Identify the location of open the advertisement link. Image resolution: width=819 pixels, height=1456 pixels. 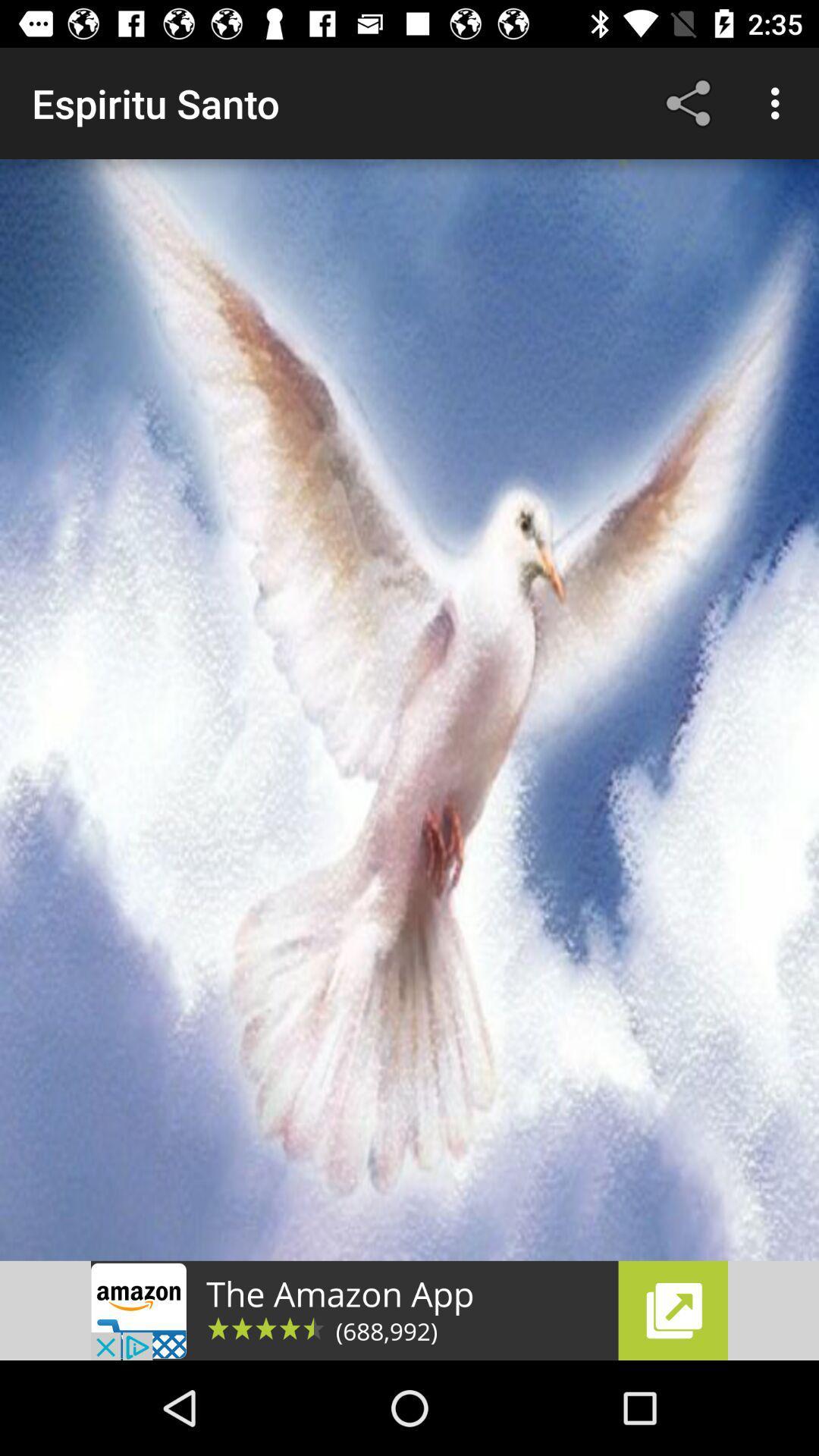
(409, 1310).